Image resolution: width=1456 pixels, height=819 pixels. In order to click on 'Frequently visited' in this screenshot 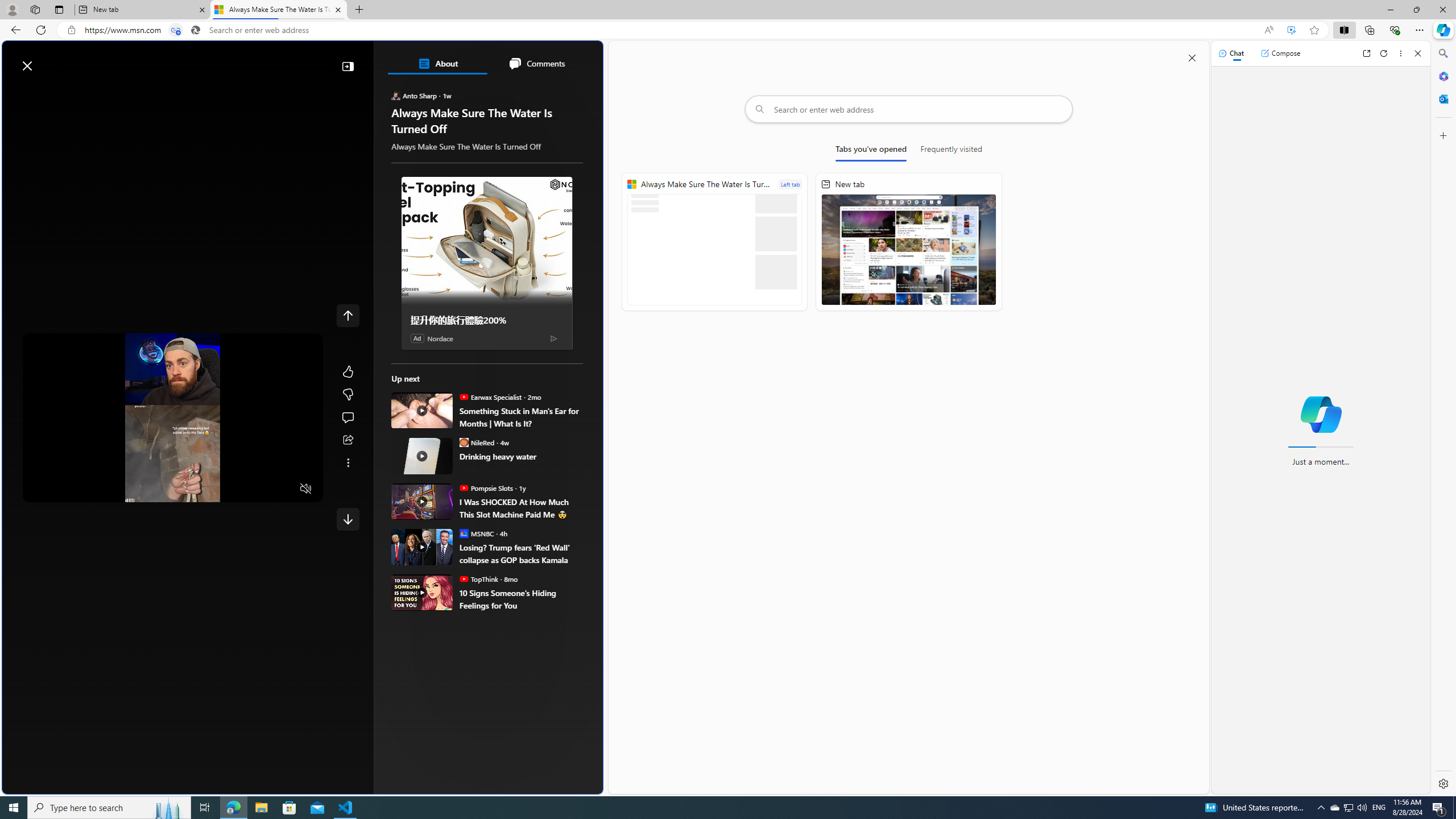, I will do `click(950, 151)`.